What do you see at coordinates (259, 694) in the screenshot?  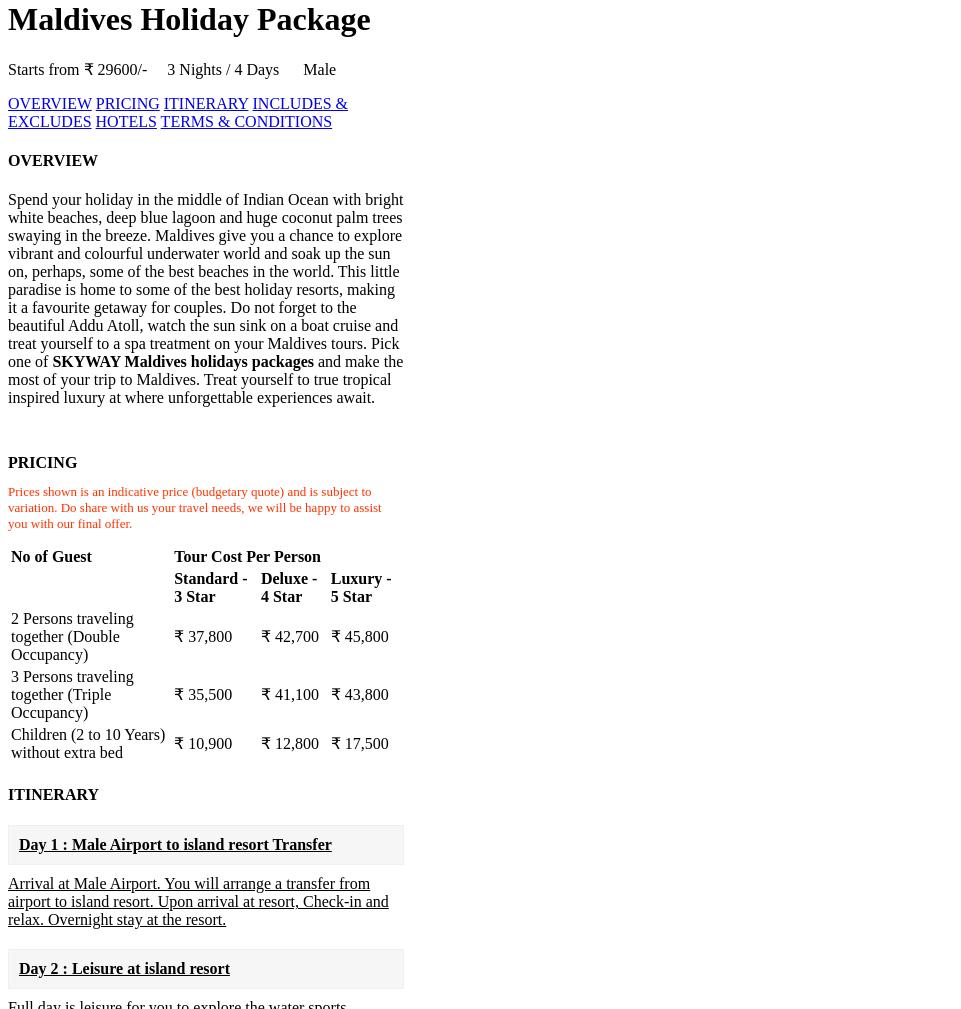 I see `'₹ 41,100'` at bounding box center [259, 694].